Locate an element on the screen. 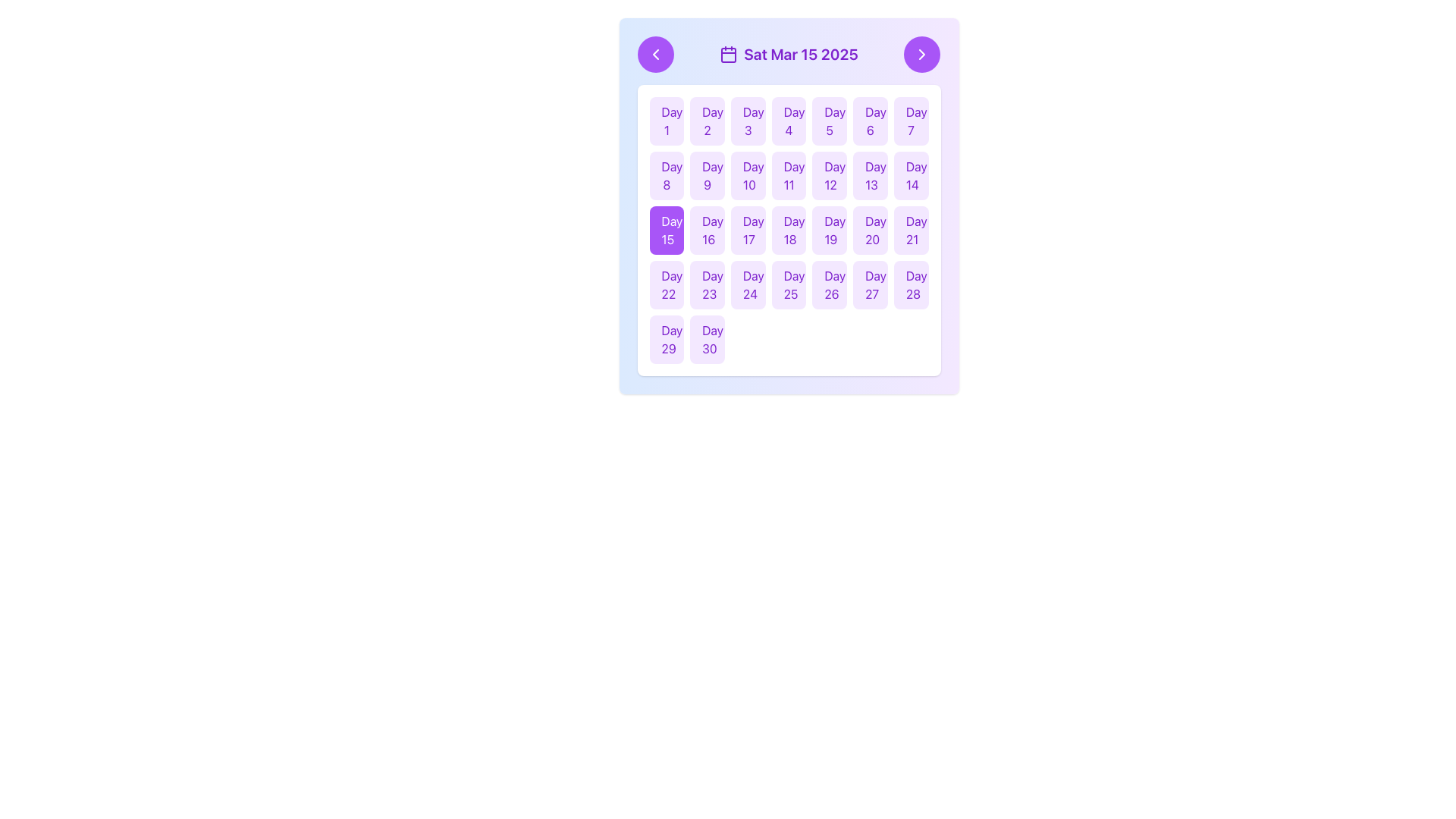  the vibrant purple circular button with a white leftward arrow is located at coordinates (655, 54).